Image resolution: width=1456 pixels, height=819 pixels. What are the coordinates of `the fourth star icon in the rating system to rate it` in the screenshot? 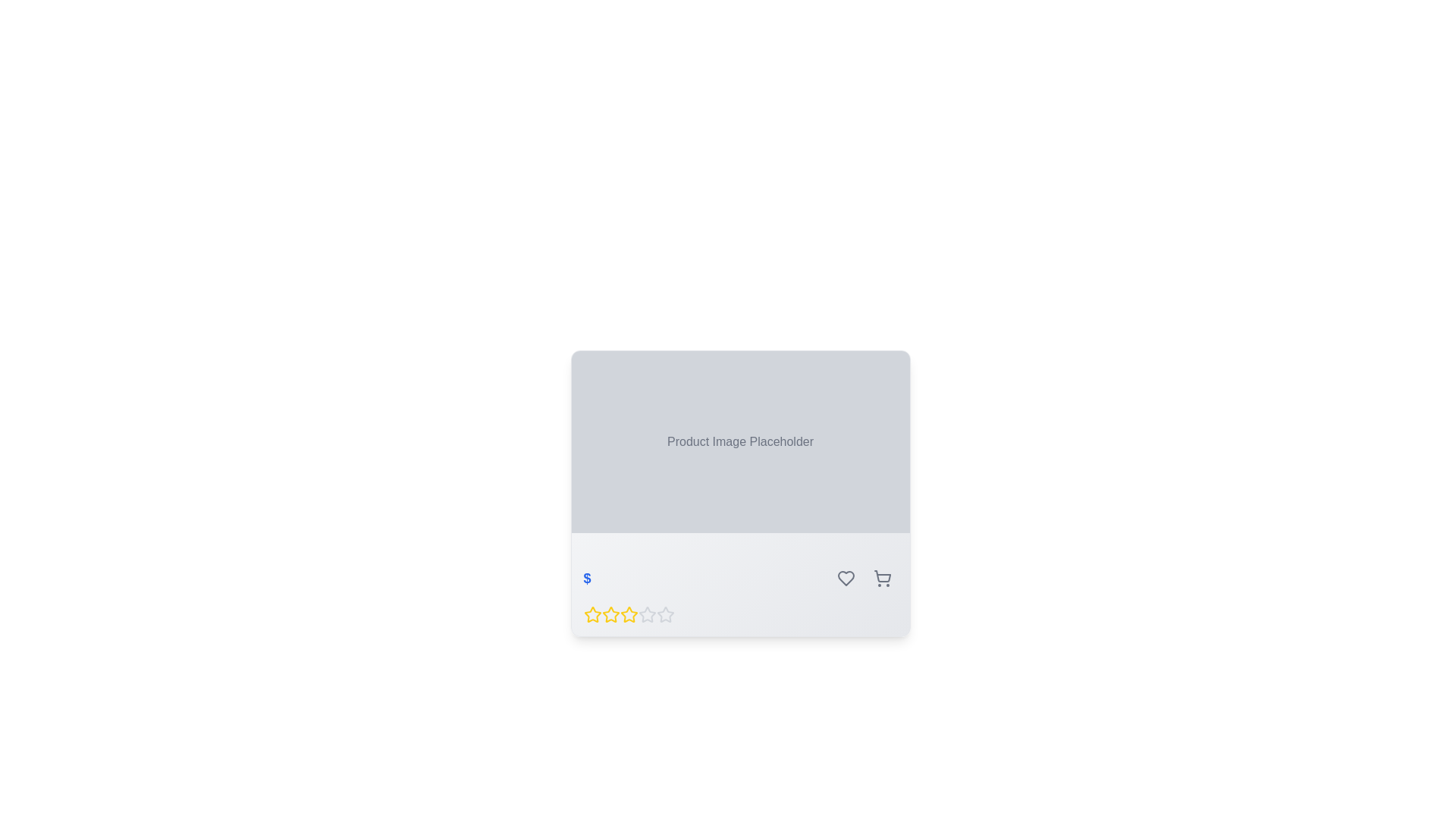 It's located at (647, 614).